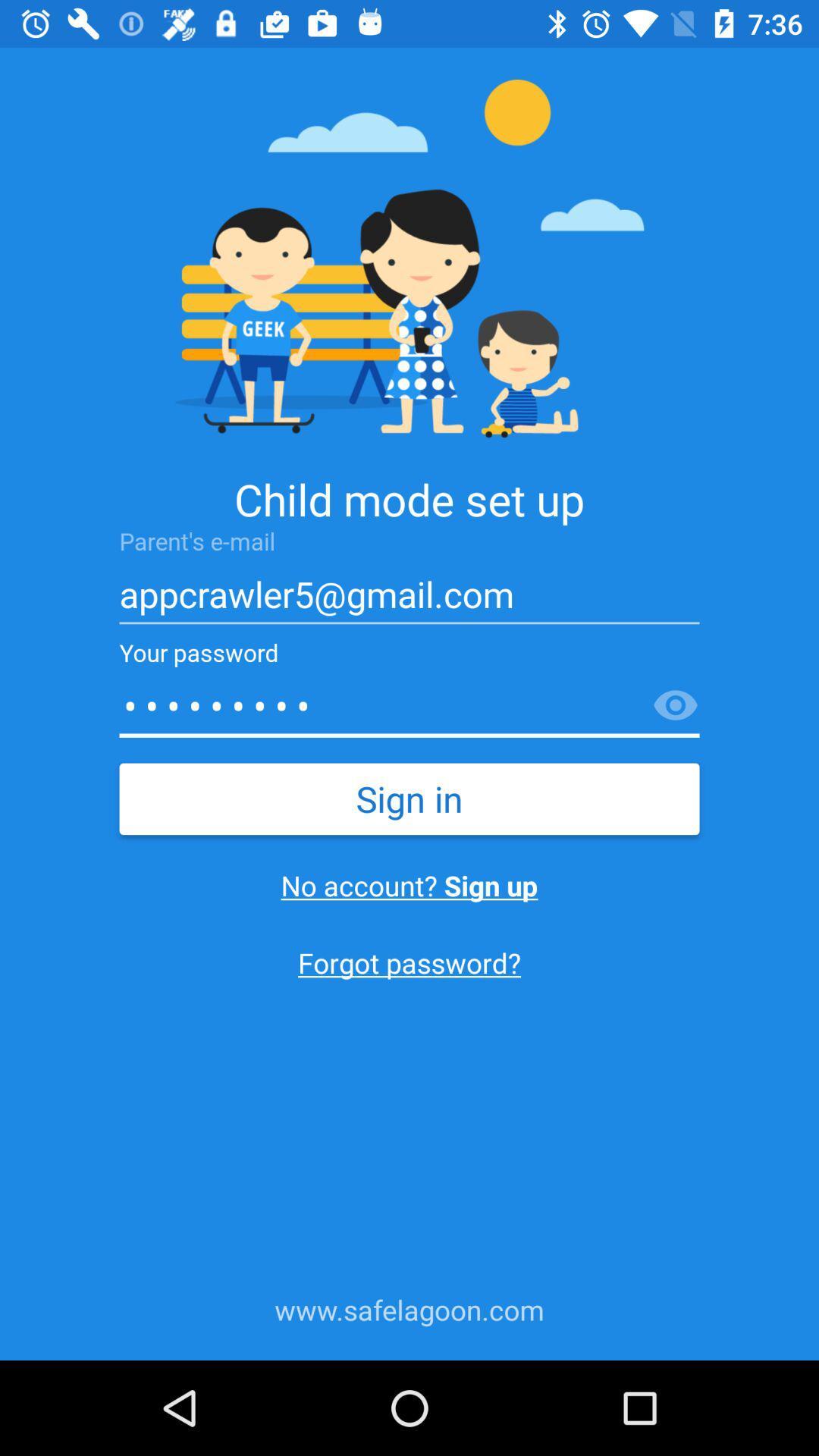  Describe the element at coordinates (675, 705) in the screenshot. I see `see password` at that location.